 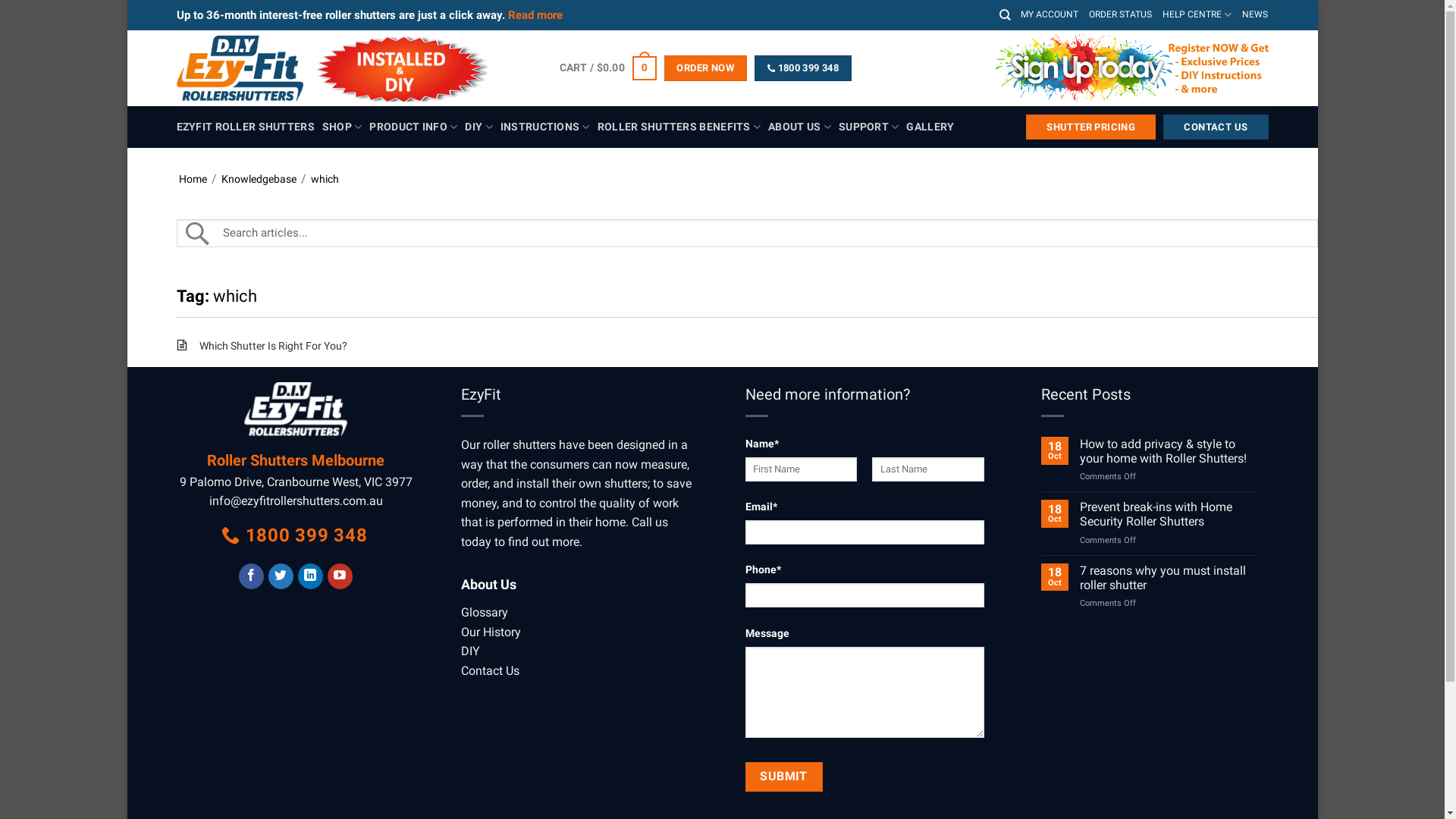 I want to click on 'Glossary', so click(x=460, y=611).